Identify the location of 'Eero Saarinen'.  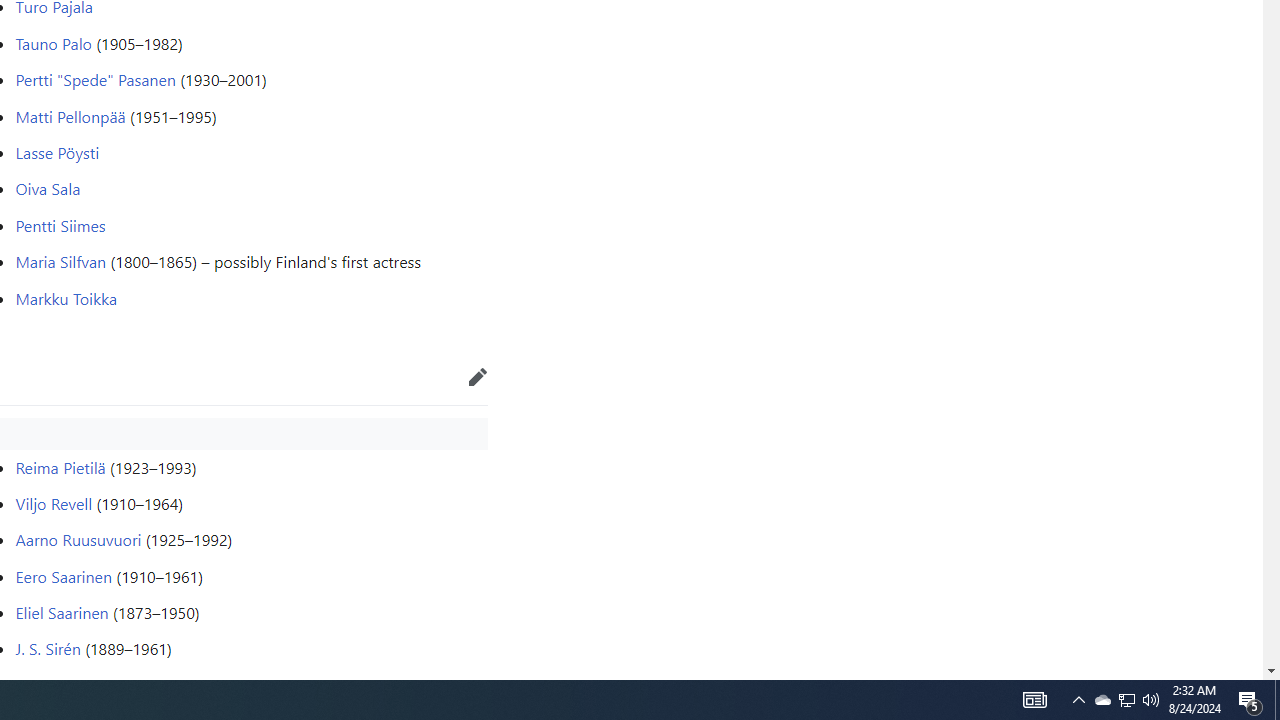
(64, 576).